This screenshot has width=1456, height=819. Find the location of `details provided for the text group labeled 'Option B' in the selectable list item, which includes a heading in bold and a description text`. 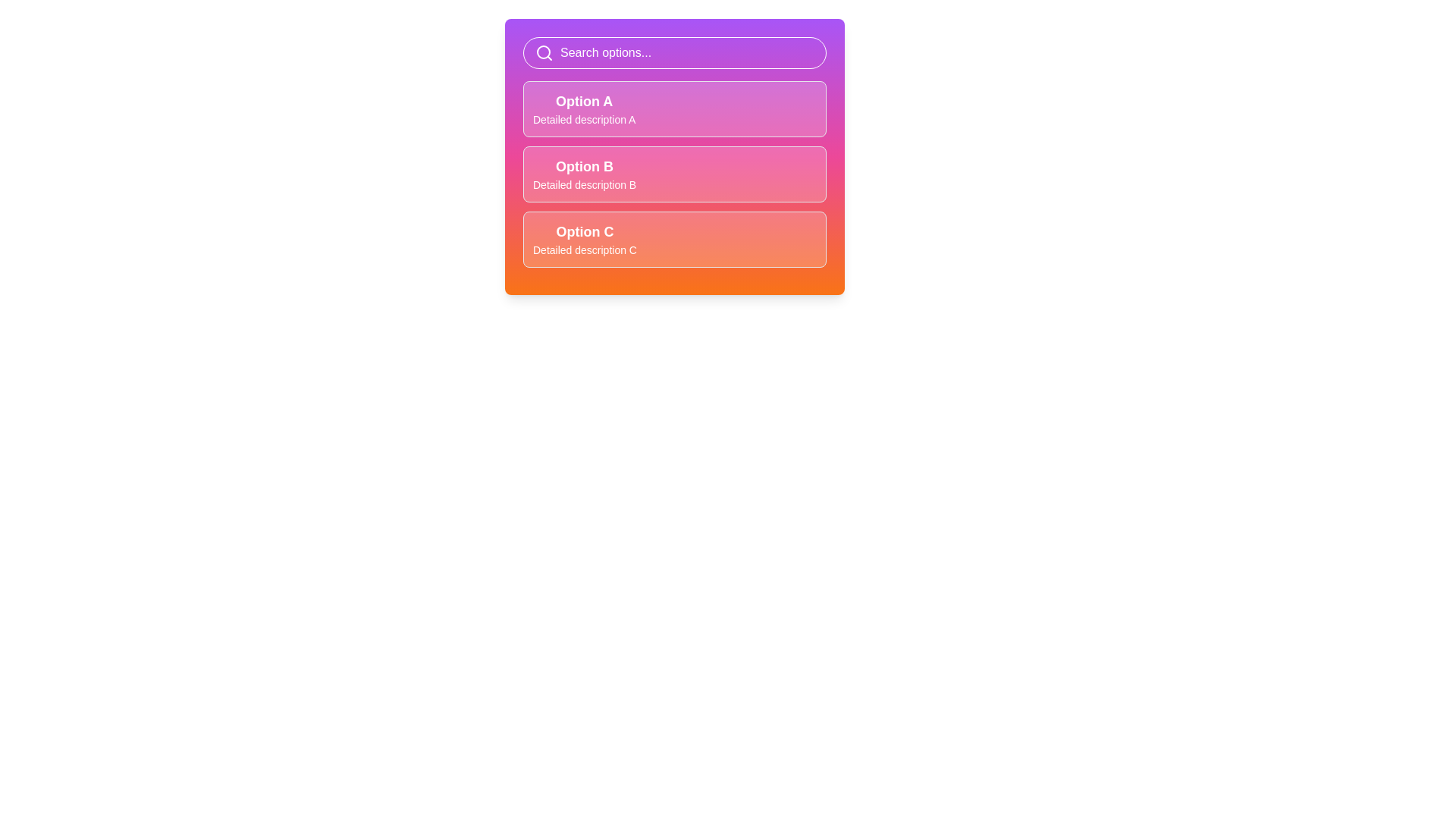

details provided for the text group labeled 'Option B' in the selectable list item, which includes a heading in bold and a description text is located at coordinates (584, 174).